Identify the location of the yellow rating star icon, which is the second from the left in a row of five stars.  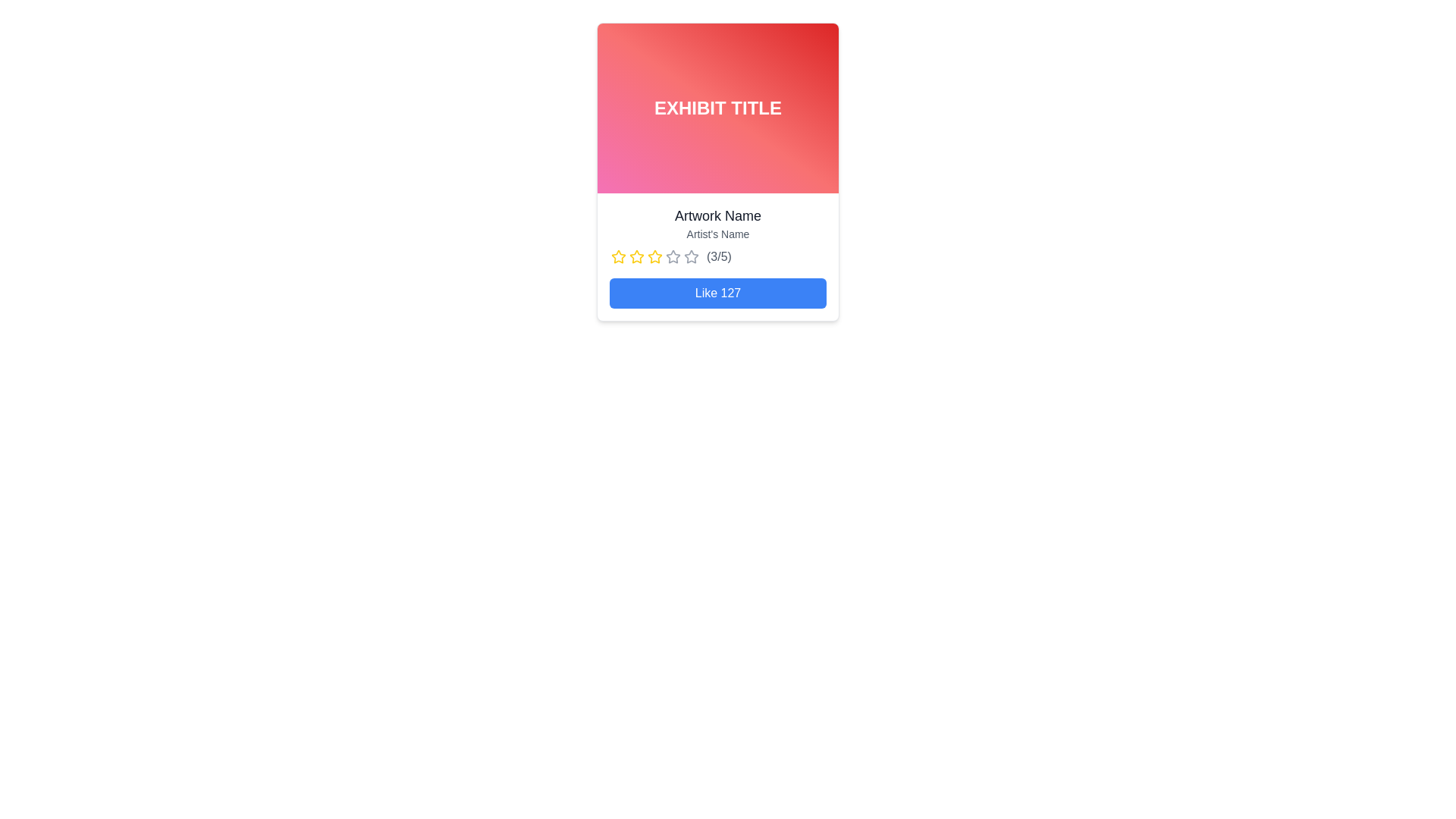
(637, 256).